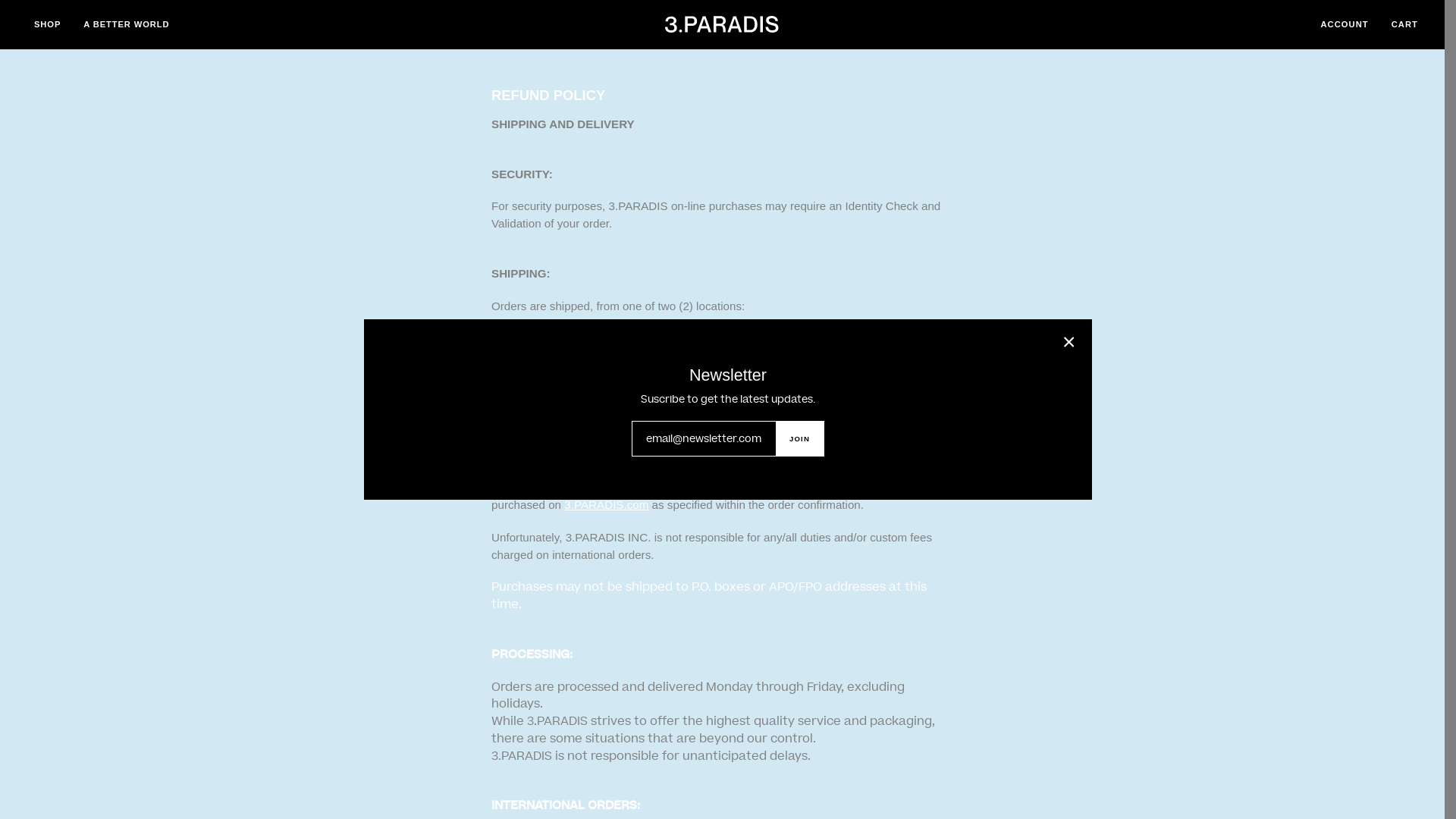 The height and width of the screenshot is (819, 1456). What do you see at coordinates (1404, 24) in the screenshot?
I see `'CART'` at bounding box center [1404, 24].